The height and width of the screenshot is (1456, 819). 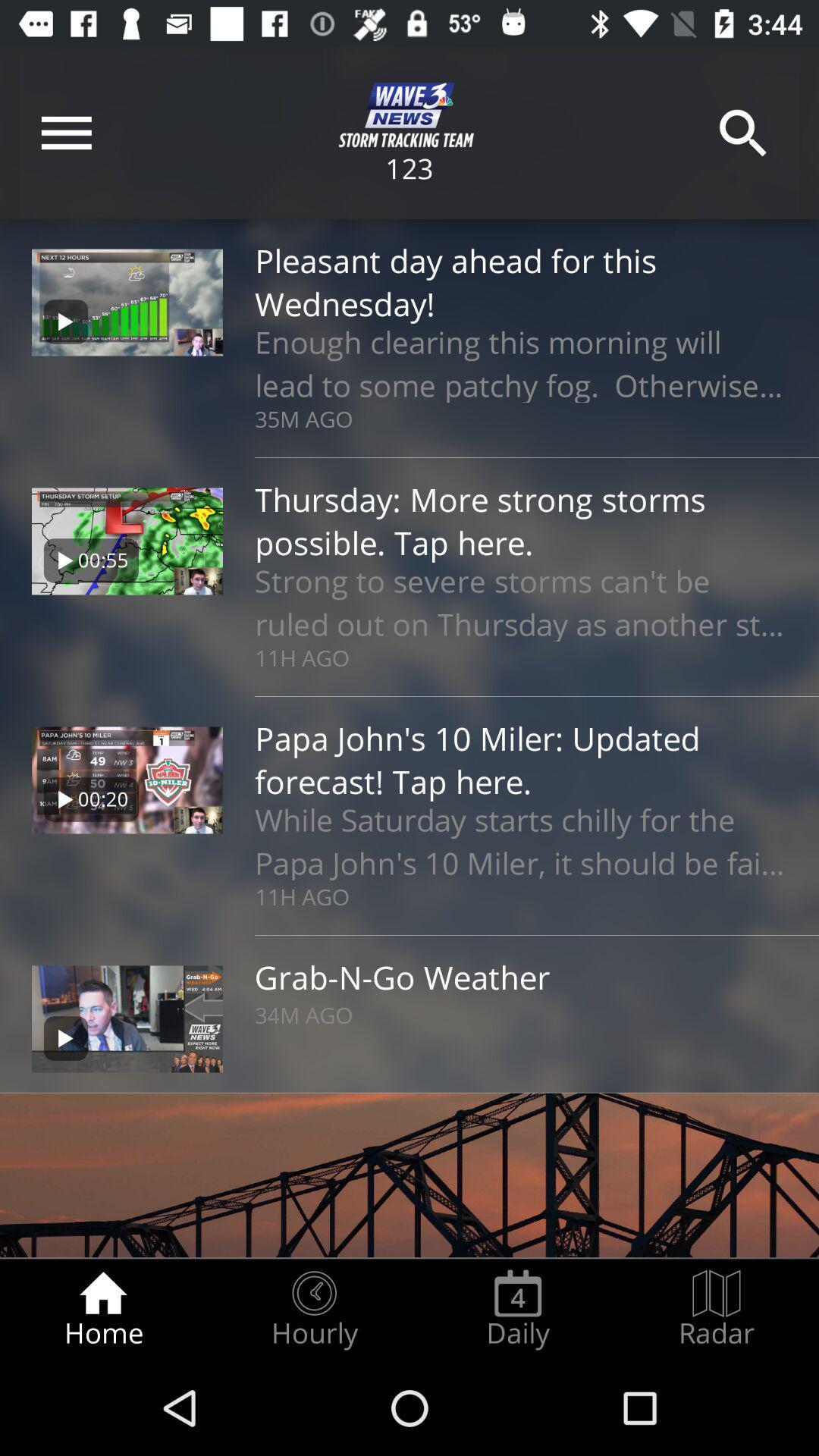 I want to click on icon to the left of daily radio button, so click(x=313, y=1309).